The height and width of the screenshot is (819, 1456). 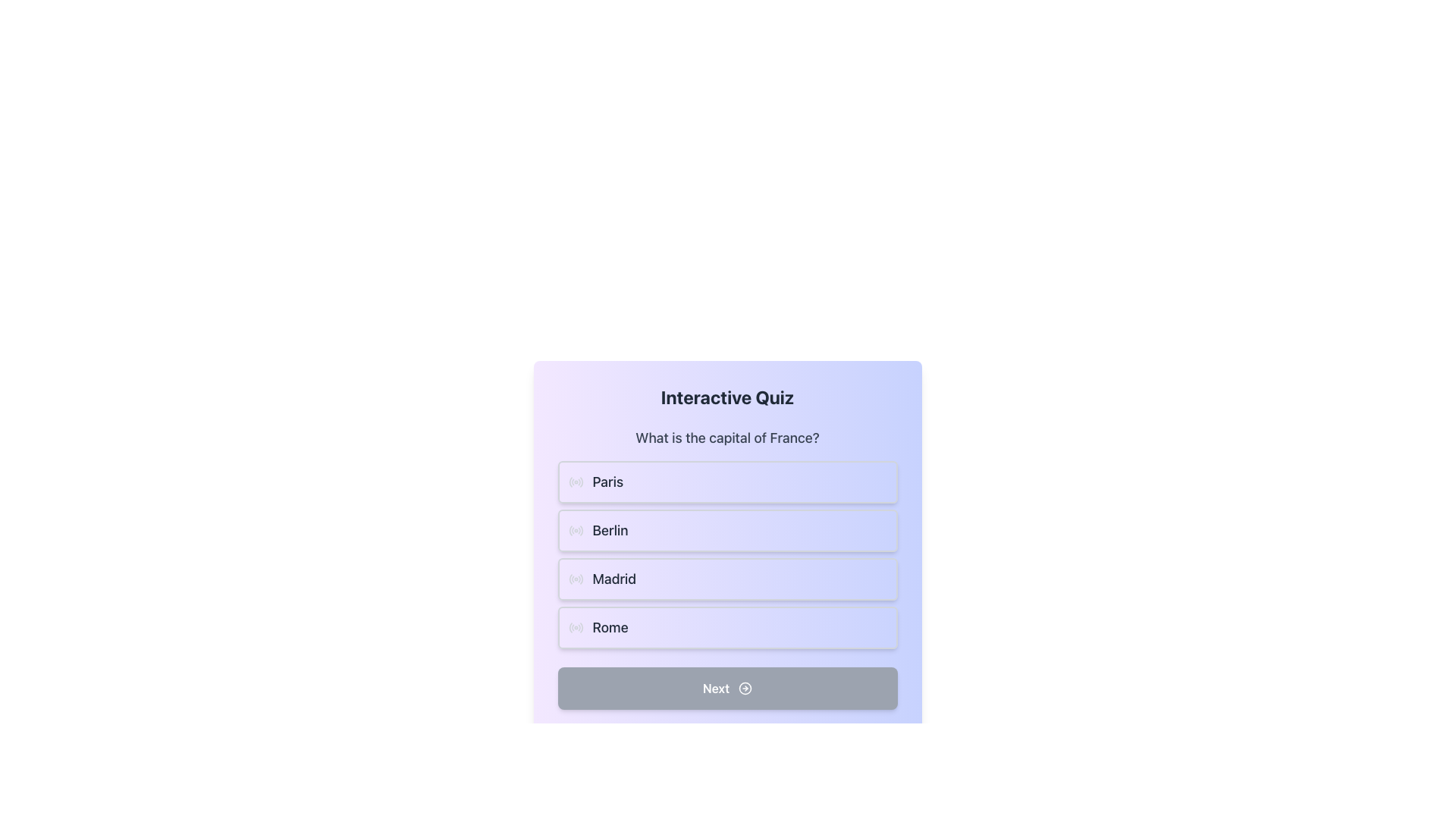 I want to click on the 'Next' action icon, which is positioned immediately to the right of the 'Next' label within the button component at the bottom of the interface, so click(x=745, y=688).